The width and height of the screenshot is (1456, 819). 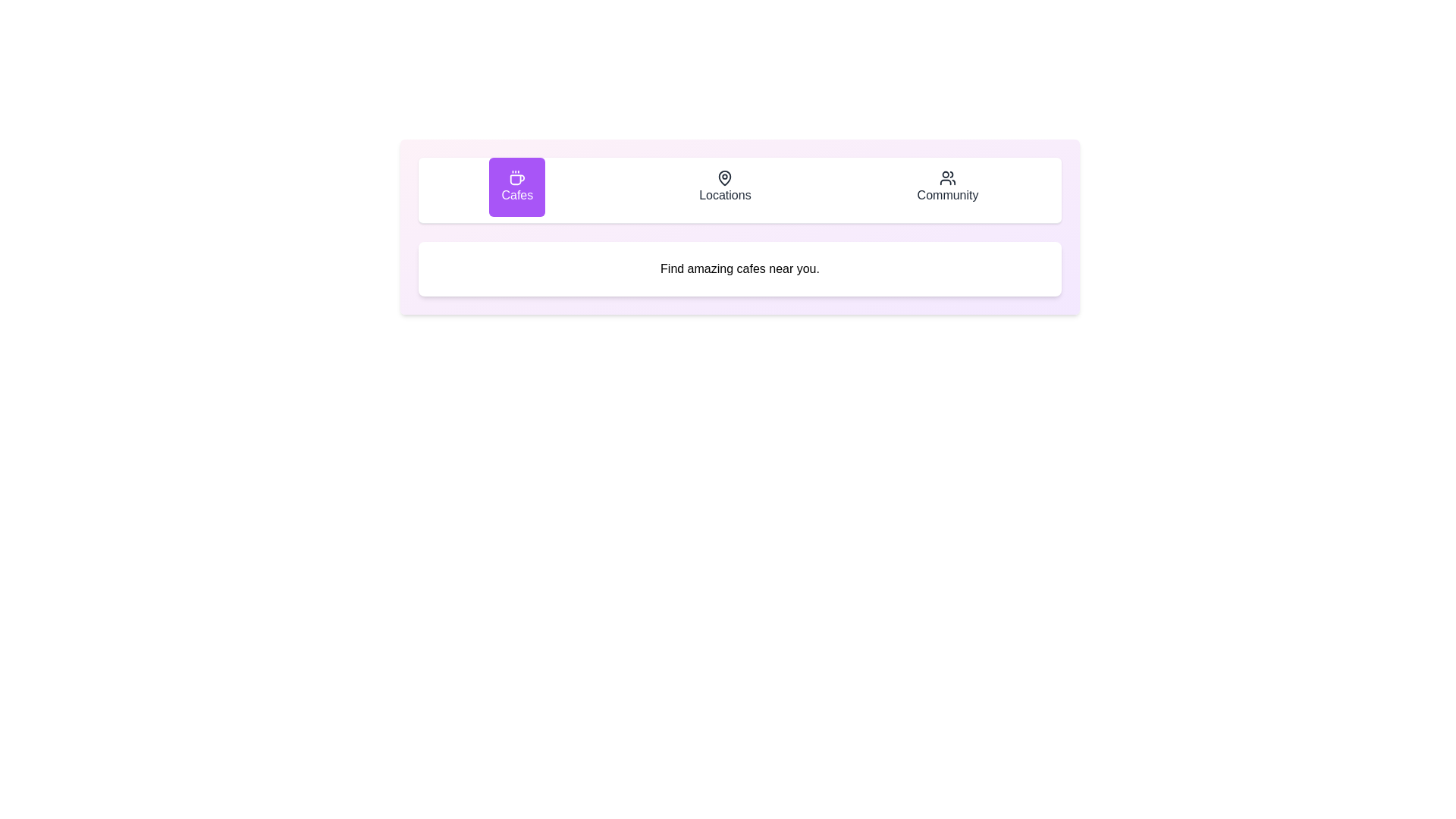 I want to click on the text label that indicates 'Locations', which is part of a group of three interactive icons and labels located at the top section of the view, so click(x=724, y=195).